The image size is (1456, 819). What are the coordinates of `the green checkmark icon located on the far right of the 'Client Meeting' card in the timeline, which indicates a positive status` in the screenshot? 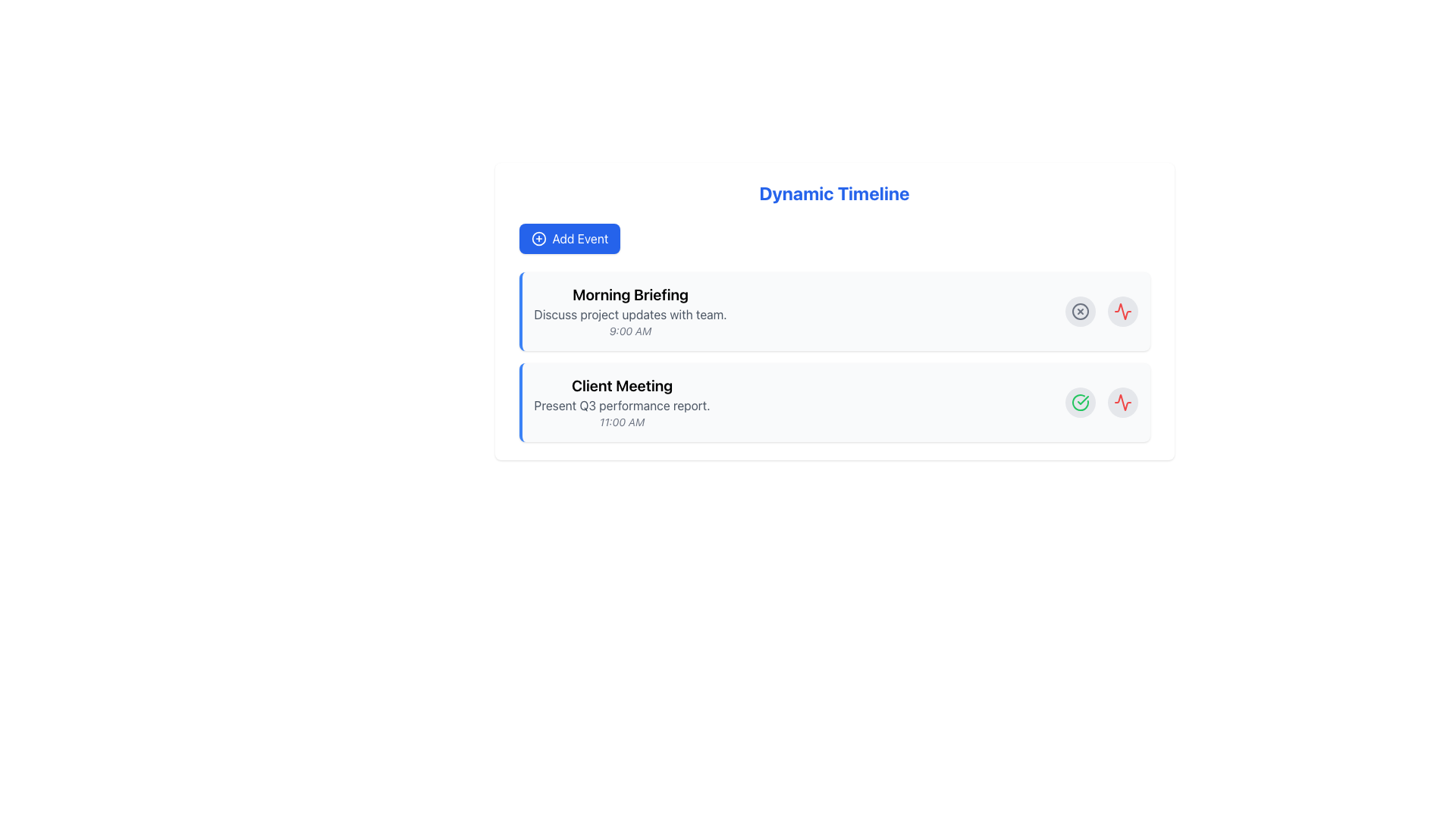 It's located at (1082, 400).